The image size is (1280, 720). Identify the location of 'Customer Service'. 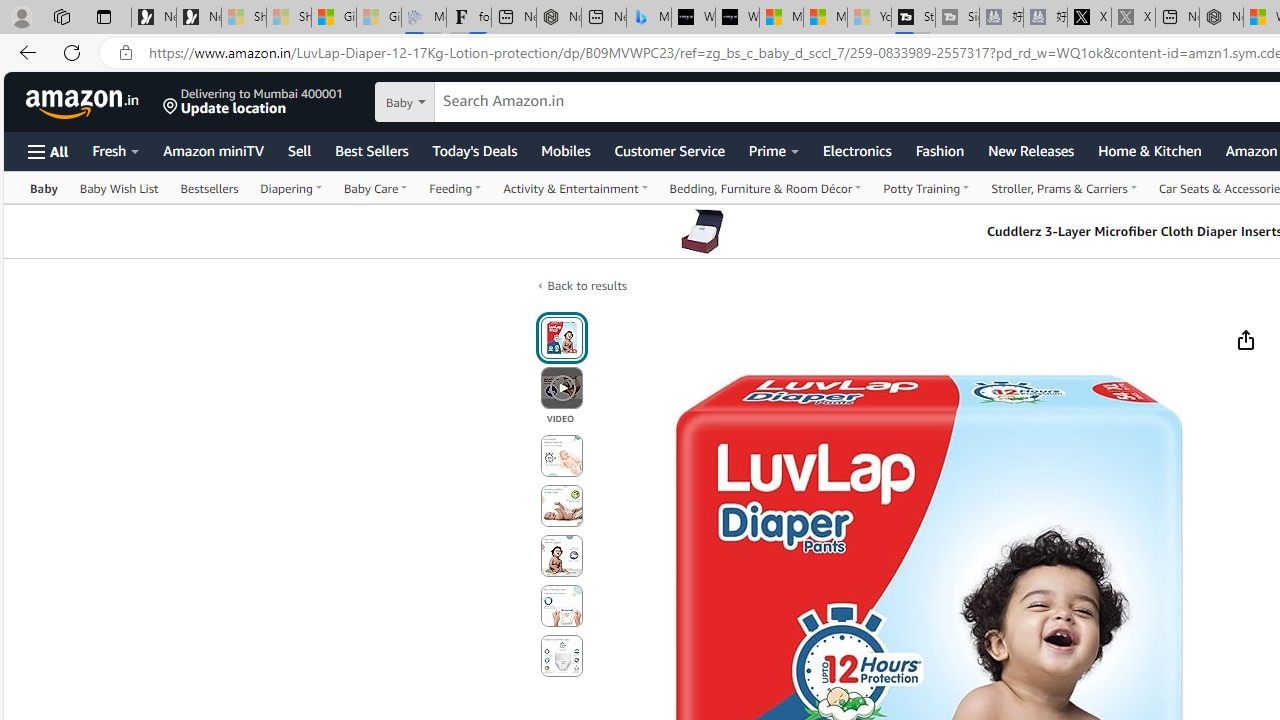
(669, 149).